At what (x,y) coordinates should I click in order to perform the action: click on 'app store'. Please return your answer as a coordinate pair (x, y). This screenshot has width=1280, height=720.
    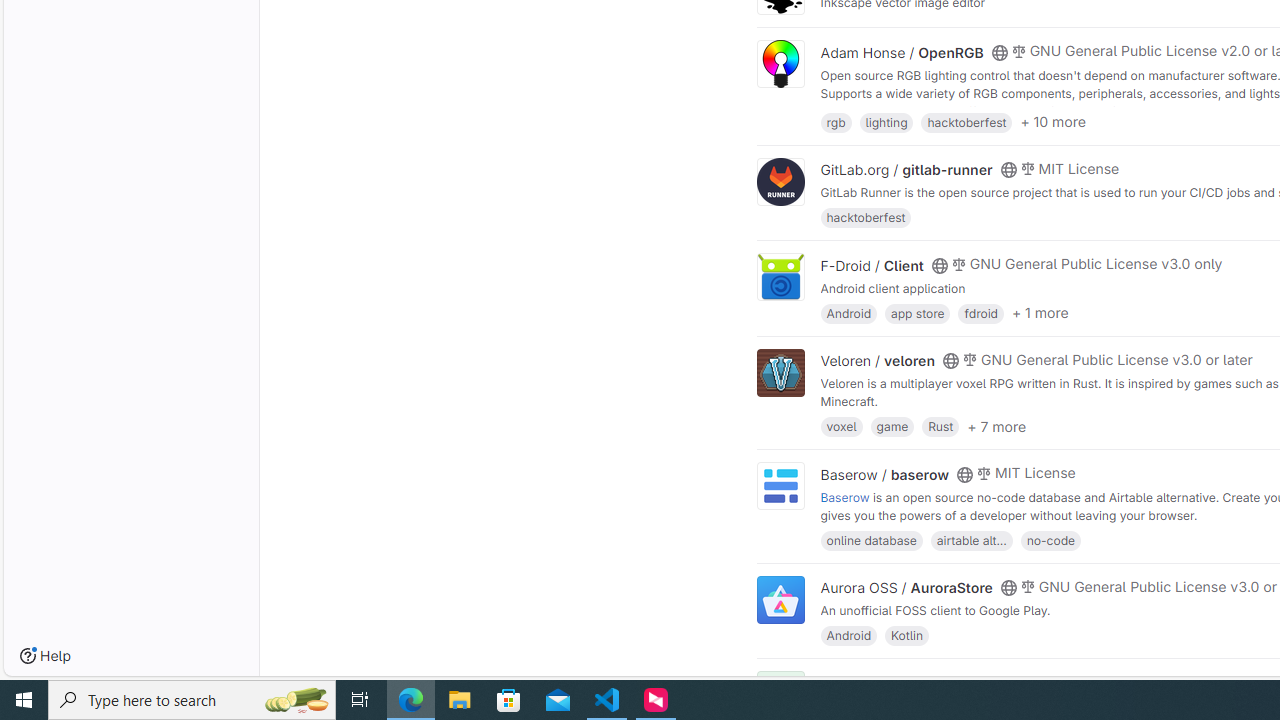
    Looking at the image, I should click on (916, 312).